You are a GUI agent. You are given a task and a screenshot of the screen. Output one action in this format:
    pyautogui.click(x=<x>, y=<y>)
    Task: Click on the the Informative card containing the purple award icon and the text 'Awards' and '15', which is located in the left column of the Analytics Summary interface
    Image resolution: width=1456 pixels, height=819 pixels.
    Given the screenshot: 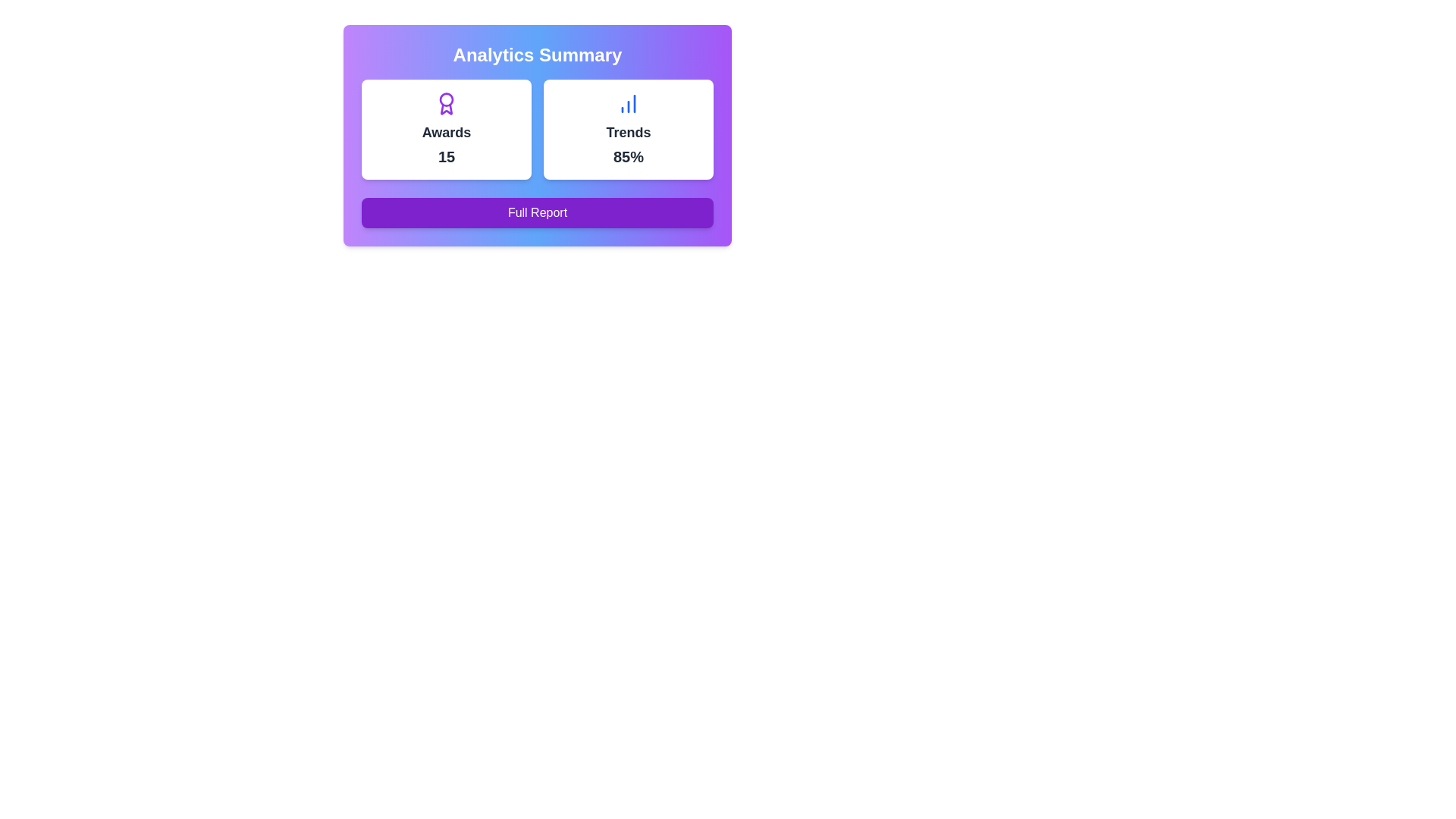 What is the action you would take?
    pyautogui.click(x=446, y=128)
    